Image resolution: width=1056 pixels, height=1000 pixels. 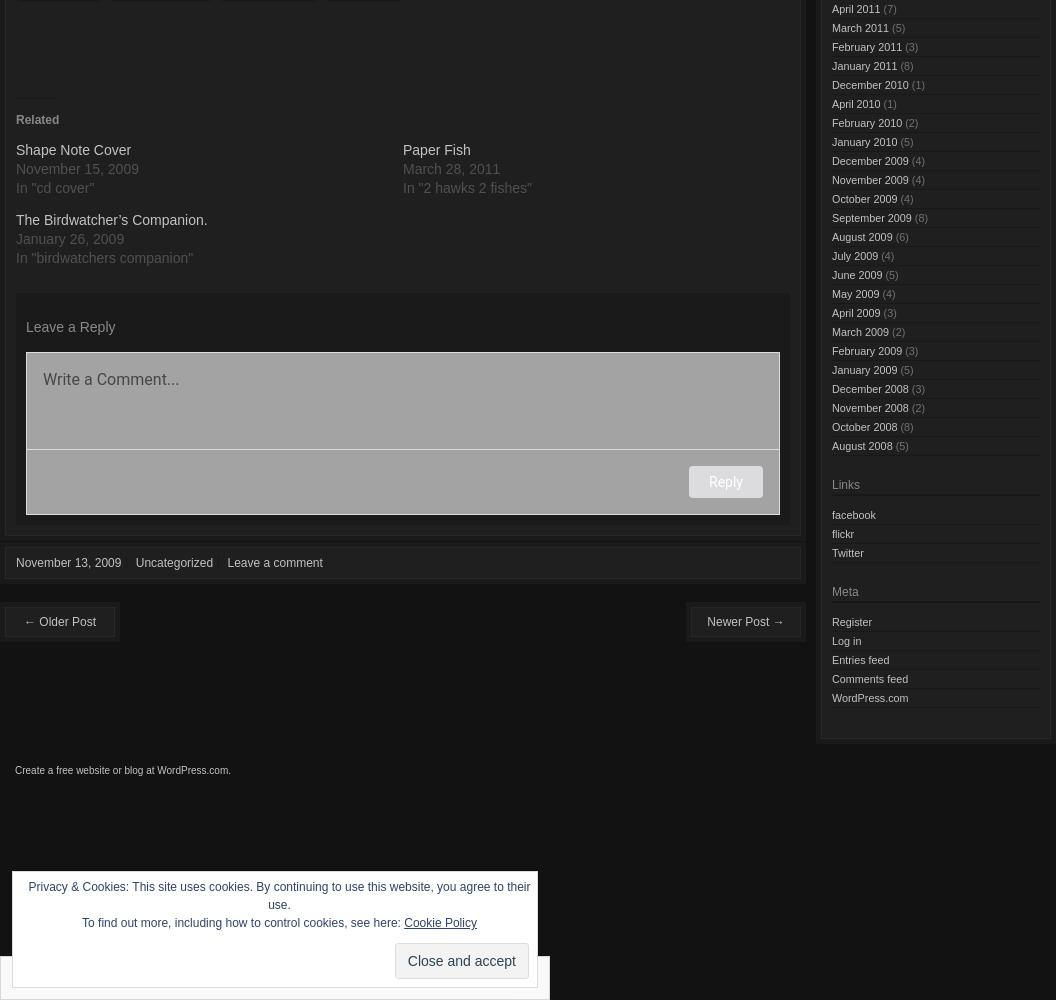 What do you see at coordinates (855, 8) in the screenshot?
I see `'April 2011'` at bounding box center [855, 8].